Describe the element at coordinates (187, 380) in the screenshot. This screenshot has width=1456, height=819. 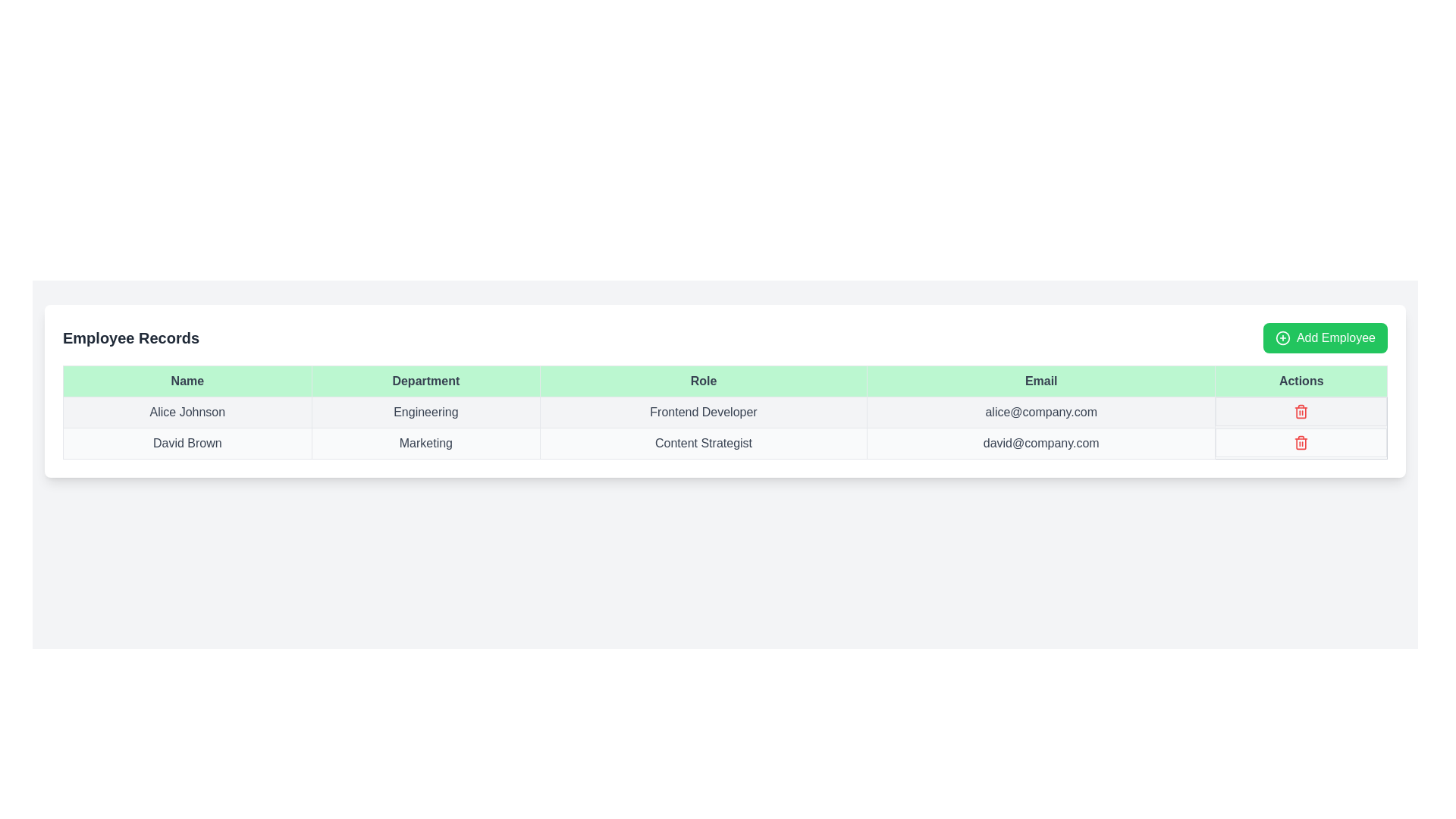
I see `the 'Name' header label in the table, which is the first element in the header row, positioned at the top-left corner` at that location.